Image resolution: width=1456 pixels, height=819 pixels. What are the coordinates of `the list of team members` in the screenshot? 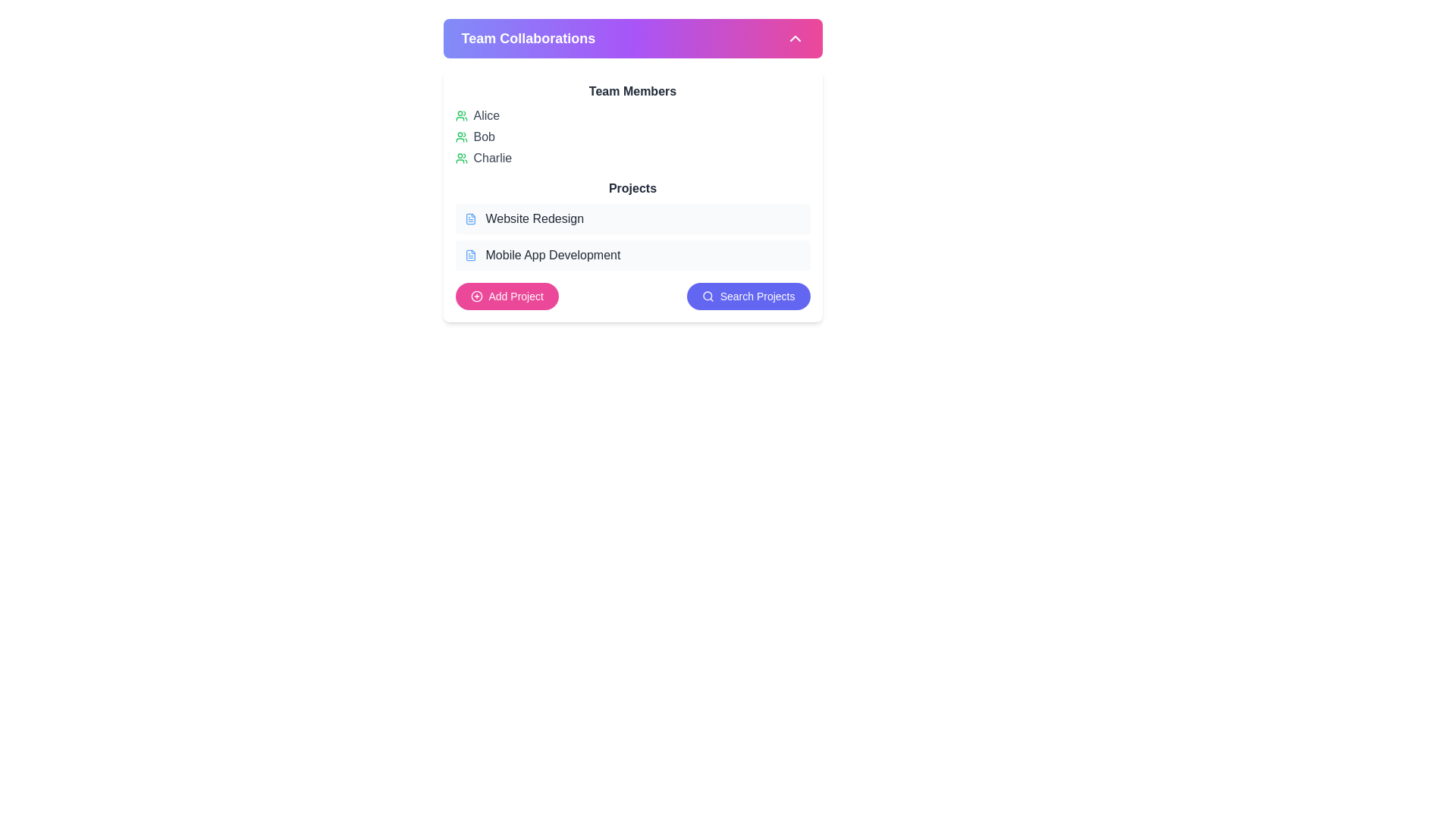 It's located at (632, 137).